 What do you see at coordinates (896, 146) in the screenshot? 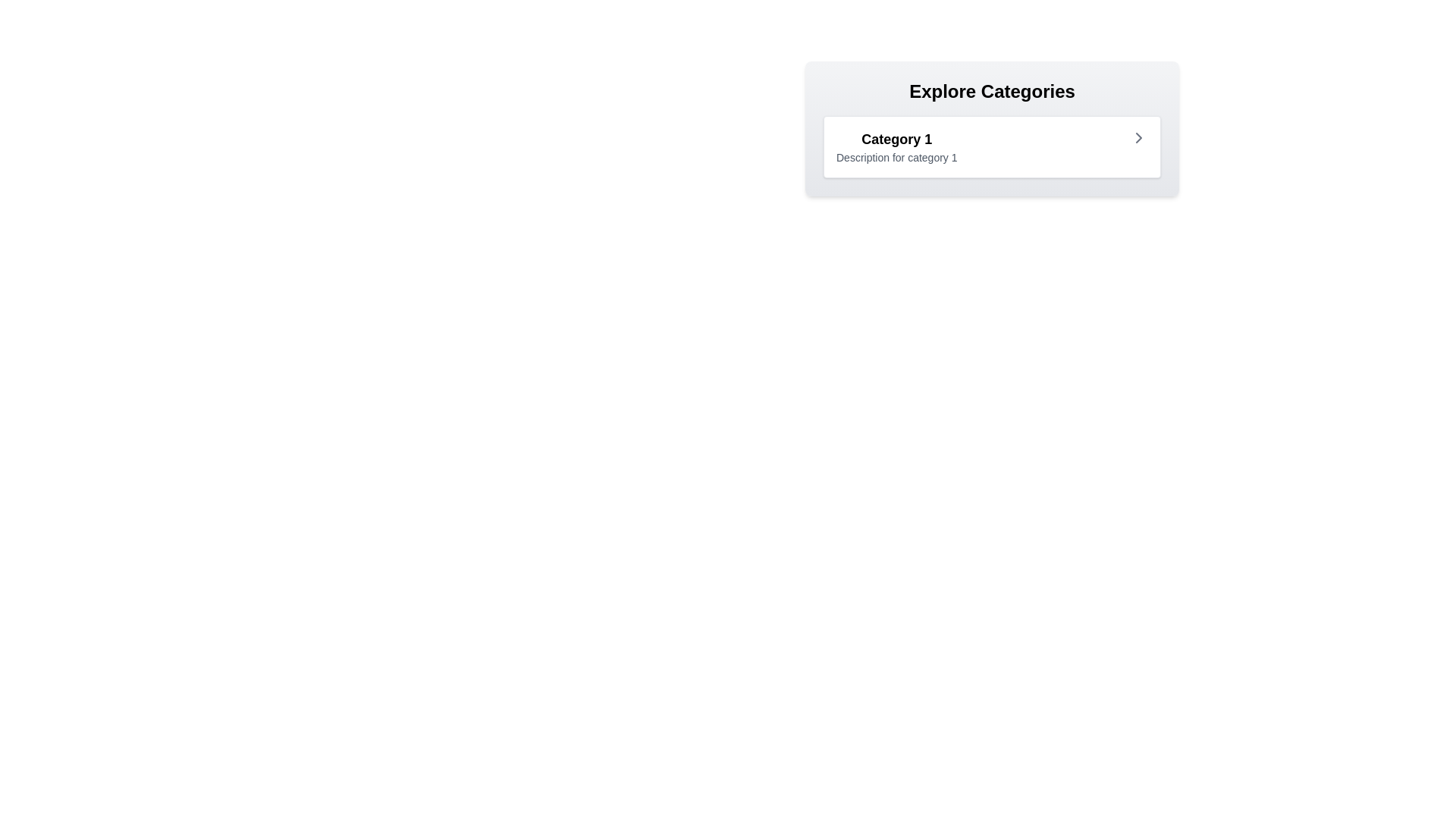
I see `the Information display block titled 'Category 1' which contains the description 'Description for category 1', located under the heading 'Explore Categories'` at bounding box center [896, 146].